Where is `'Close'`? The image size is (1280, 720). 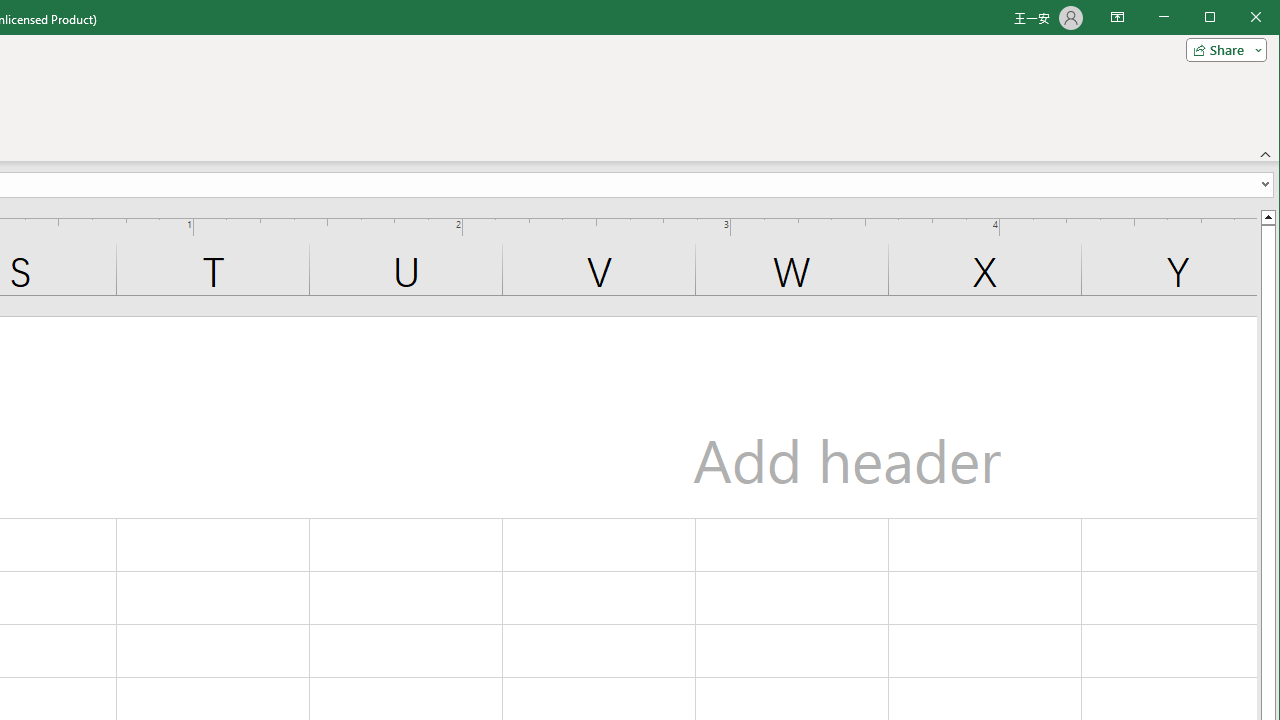 'Close' is located at coordinates (1260, 19).